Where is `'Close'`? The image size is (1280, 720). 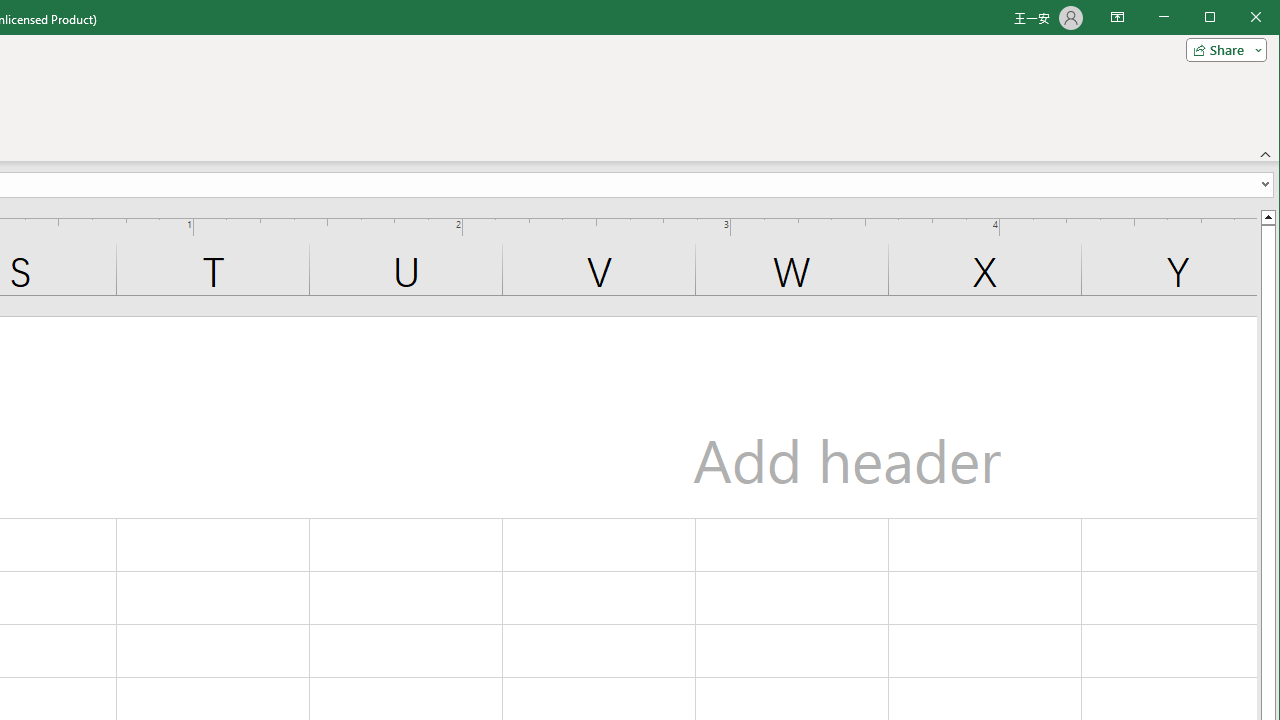 'Close' is located at coordinates (1260, 19).